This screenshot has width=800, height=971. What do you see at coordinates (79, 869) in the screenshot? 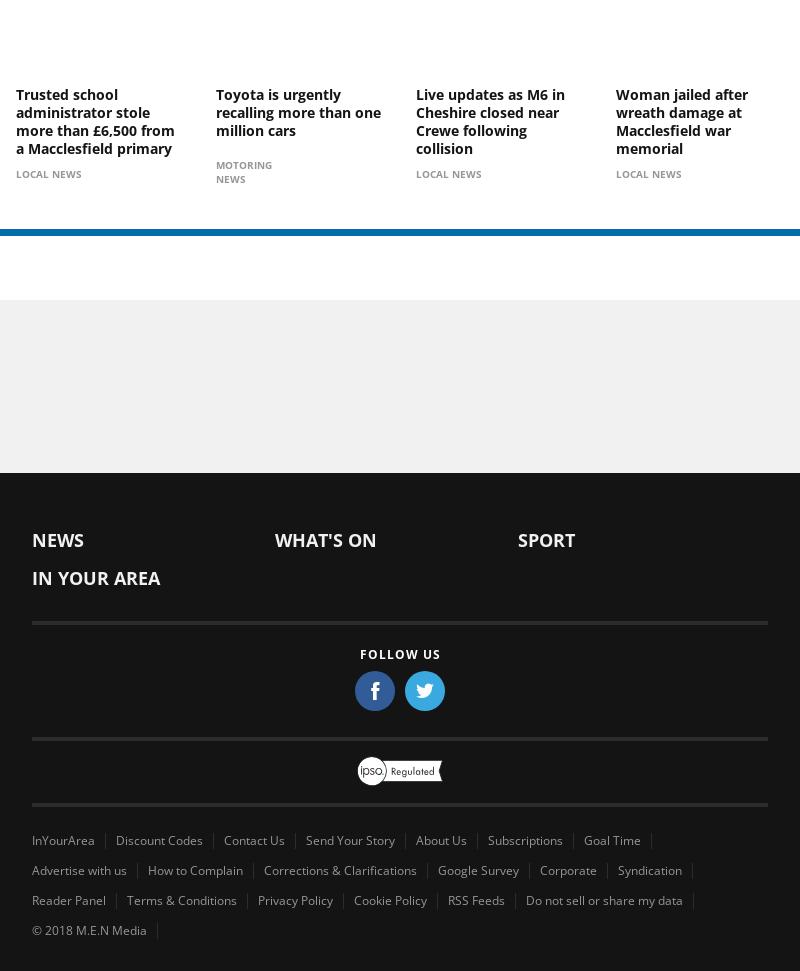
I see `'Advertise with us'` at bounding box center [79, 869].